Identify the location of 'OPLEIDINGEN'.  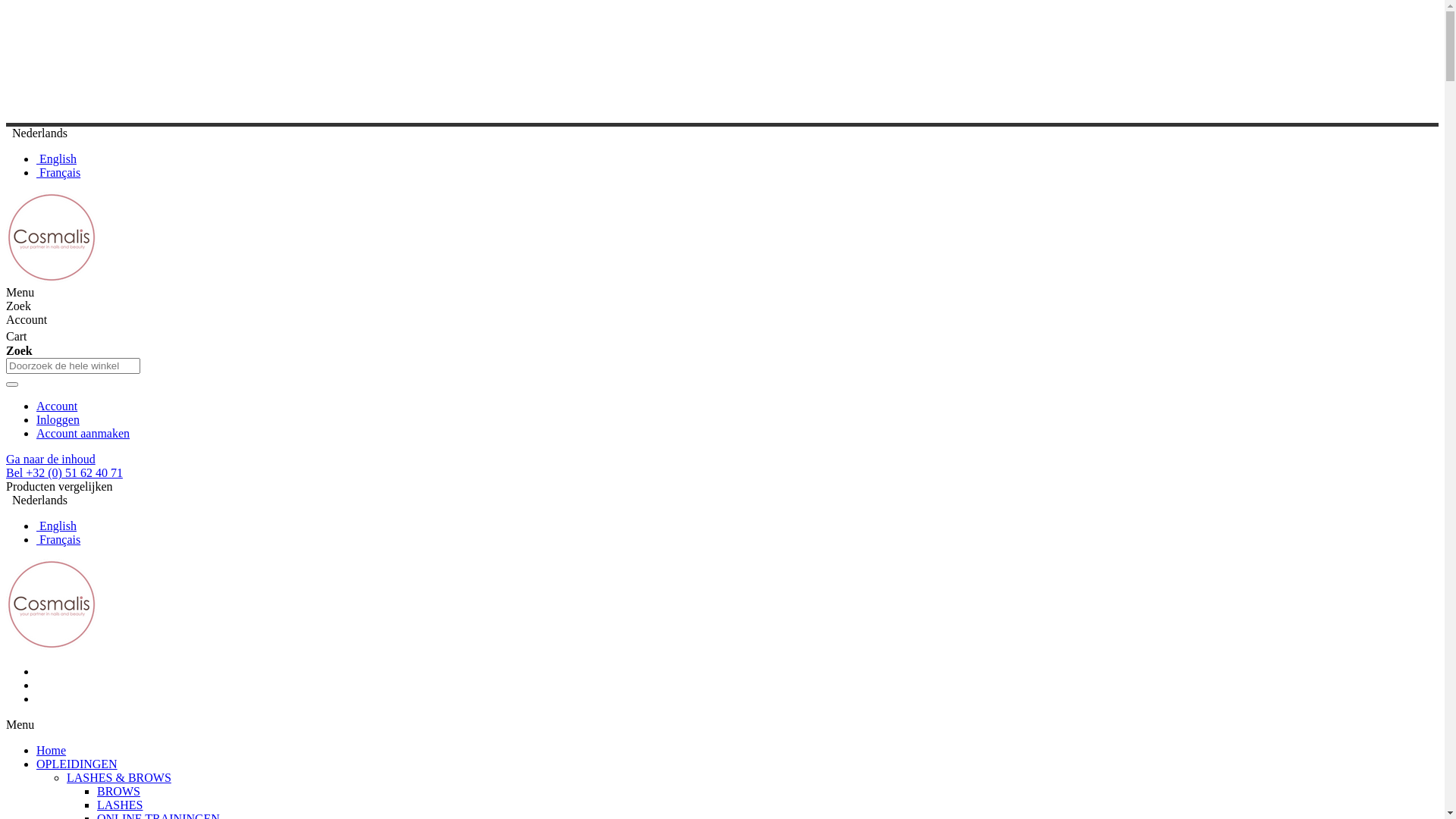
(36, 764).